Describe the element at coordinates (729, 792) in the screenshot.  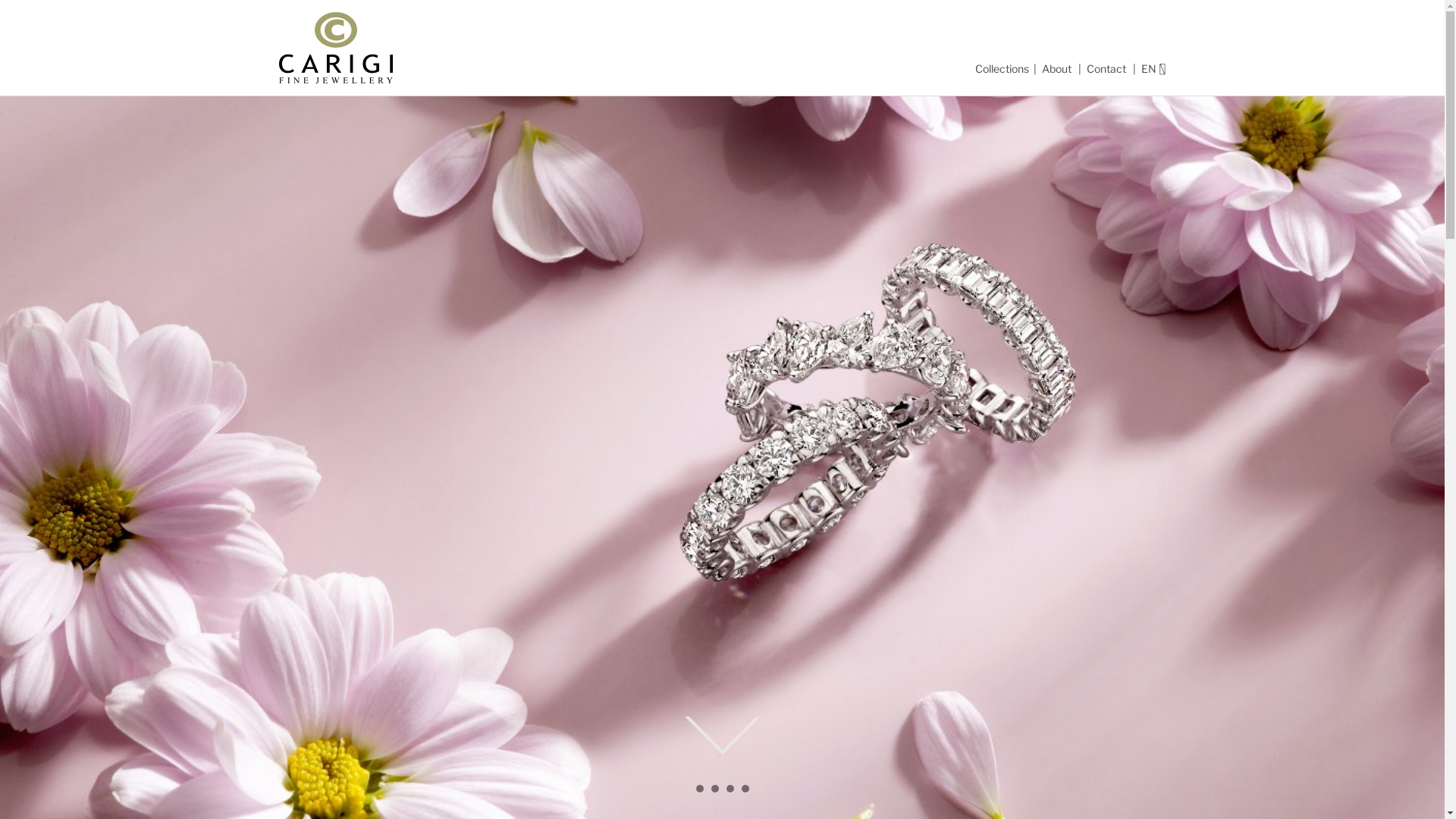
I see `'3'` at that location.